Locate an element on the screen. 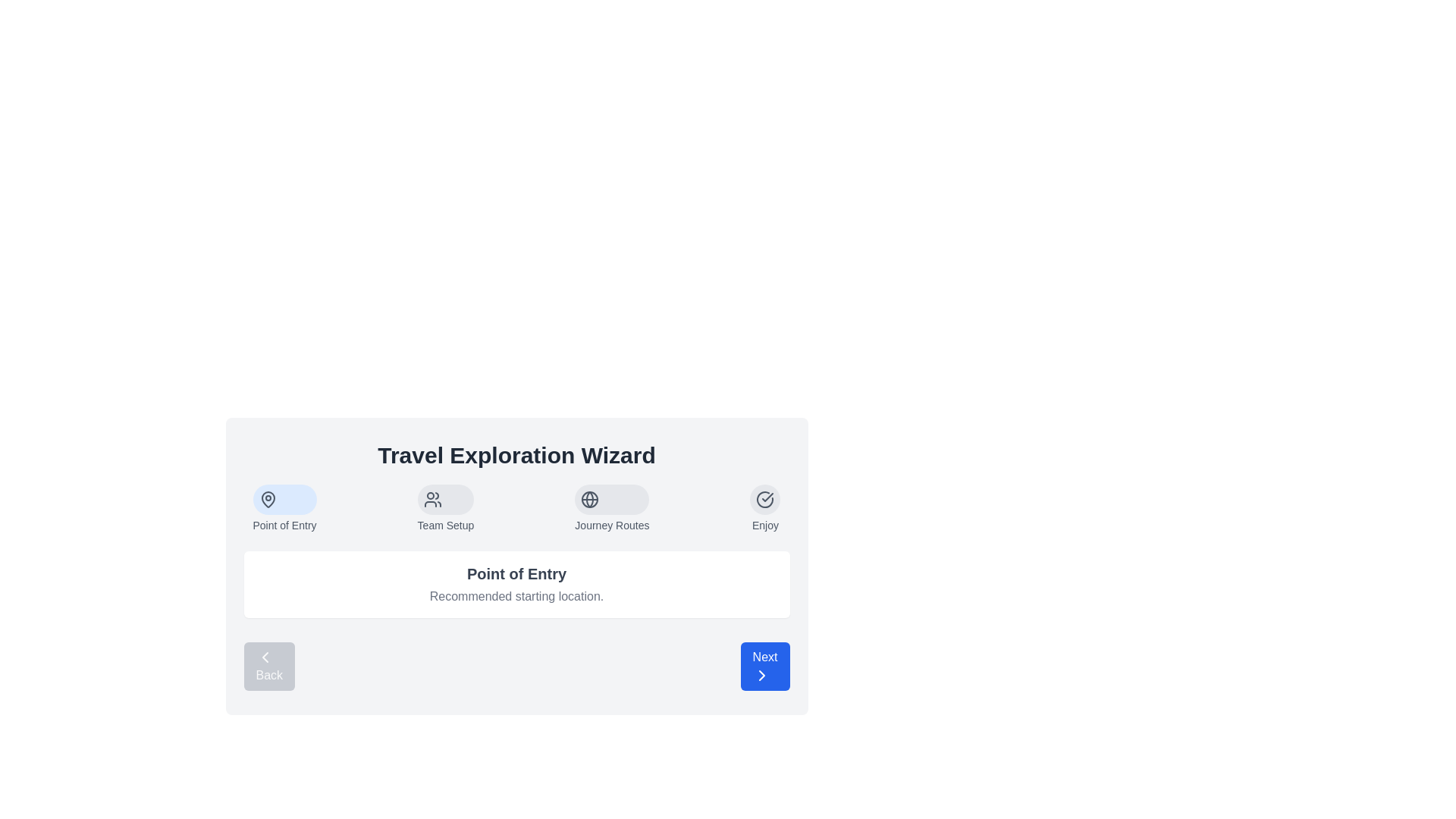 The height and width of the screenshot is (819, 1456). a section of the navigation bar located beneath the 'Travel Exploration Wizard' title is located at coordinates (516, 509).